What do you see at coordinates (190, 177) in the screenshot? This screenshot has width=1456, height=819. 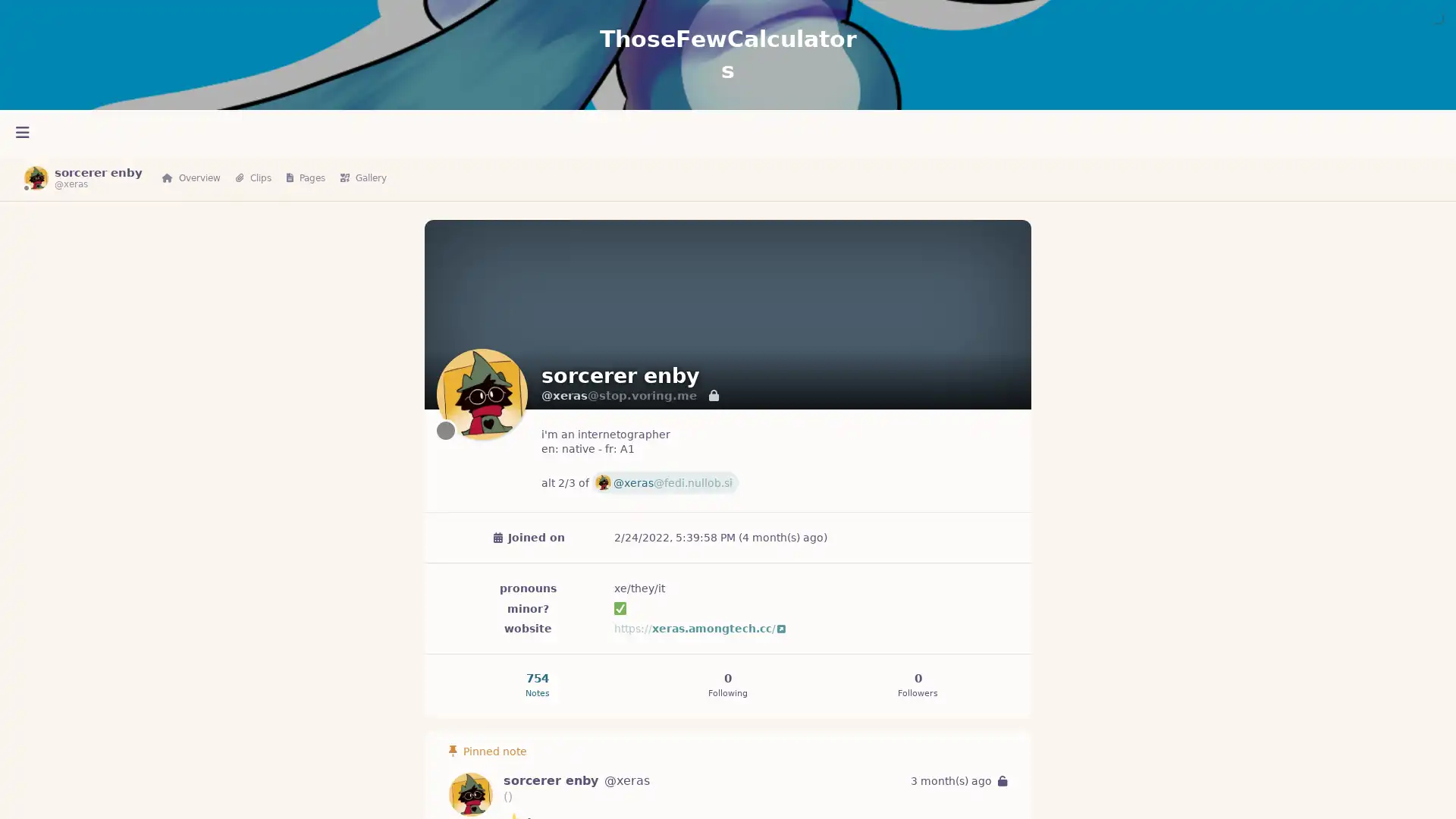 I see `Overview` at bounding box center [190, 177].